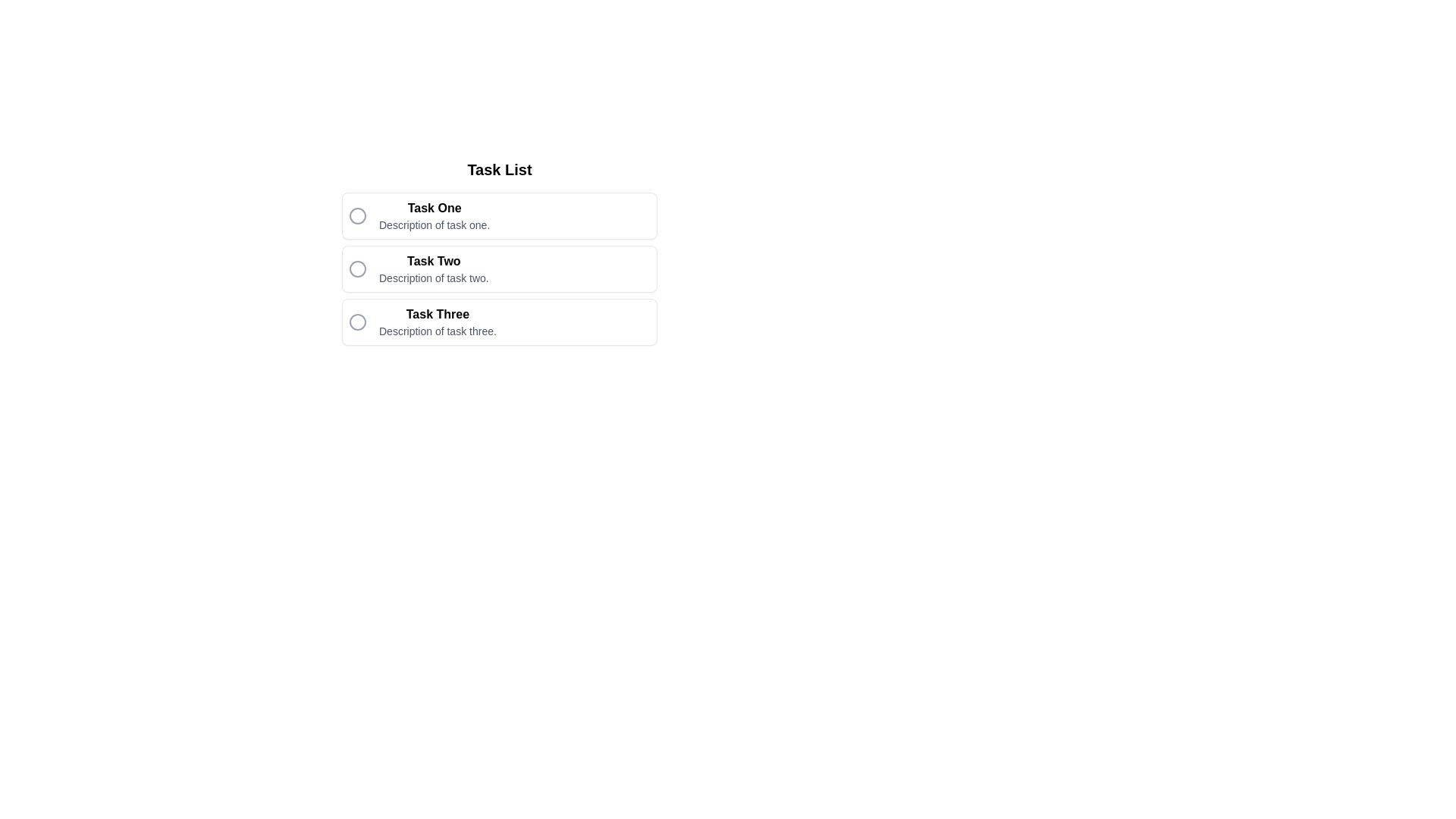  Describe the element at coordinates (356, 268) in the screenshot. I see `the circular radio button indicator located to the left of the text 'Task Two' to trigger potential hover effects` at that location.